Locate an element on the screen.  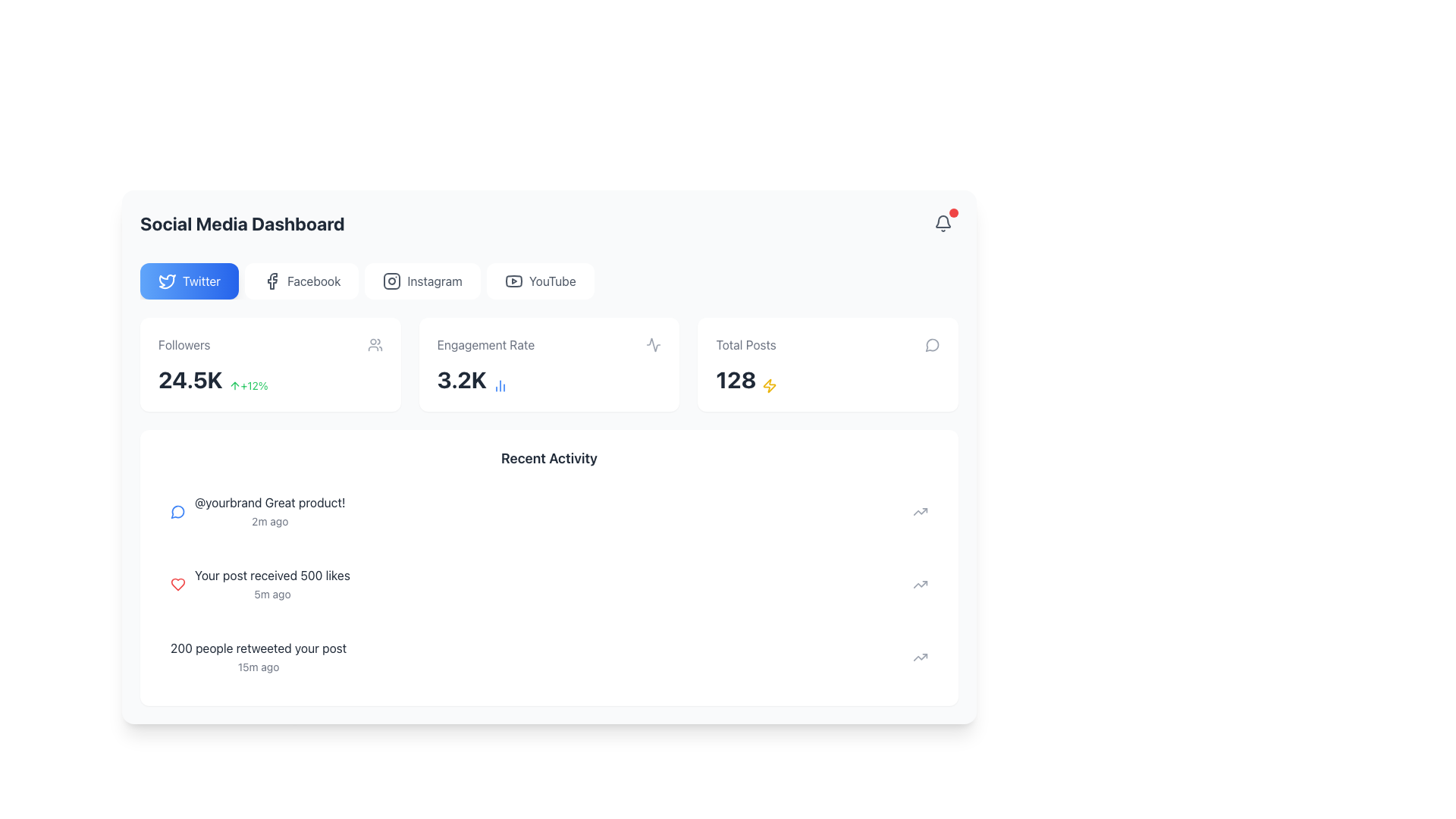
the Text Label displaying the relative time since the associated activity occurred in the 'Recent Activity' section of the social media dashboard, located in the lower-right corner following '@yourbrand Great product!' is located at coordinates (270, 520).